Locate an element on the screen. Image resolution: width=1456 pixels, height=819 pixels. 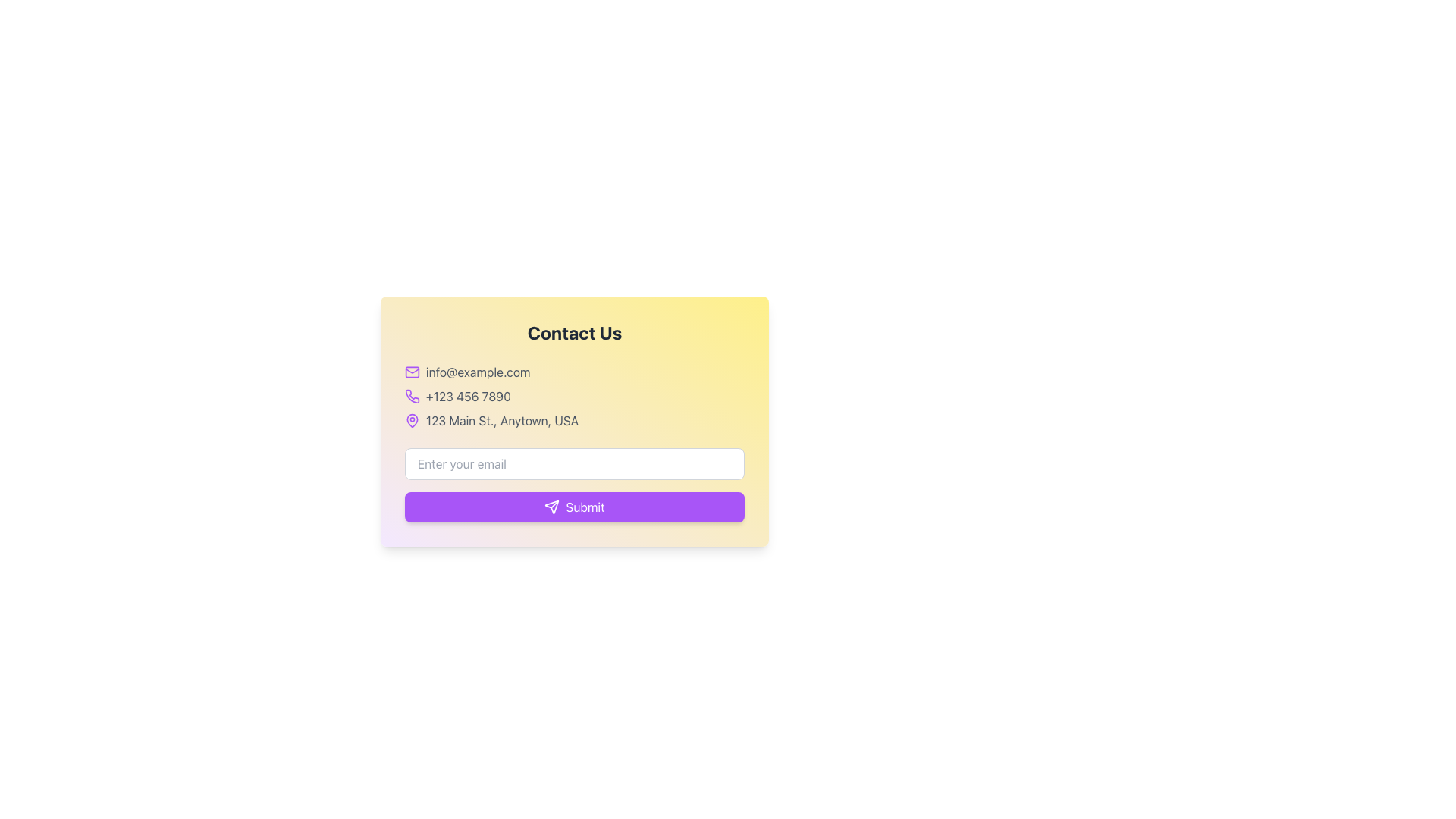
the purple mail icon with a rectangular envelope shape that is located to the left of the text 'info@example.com' is located at coordinates (412, 372).